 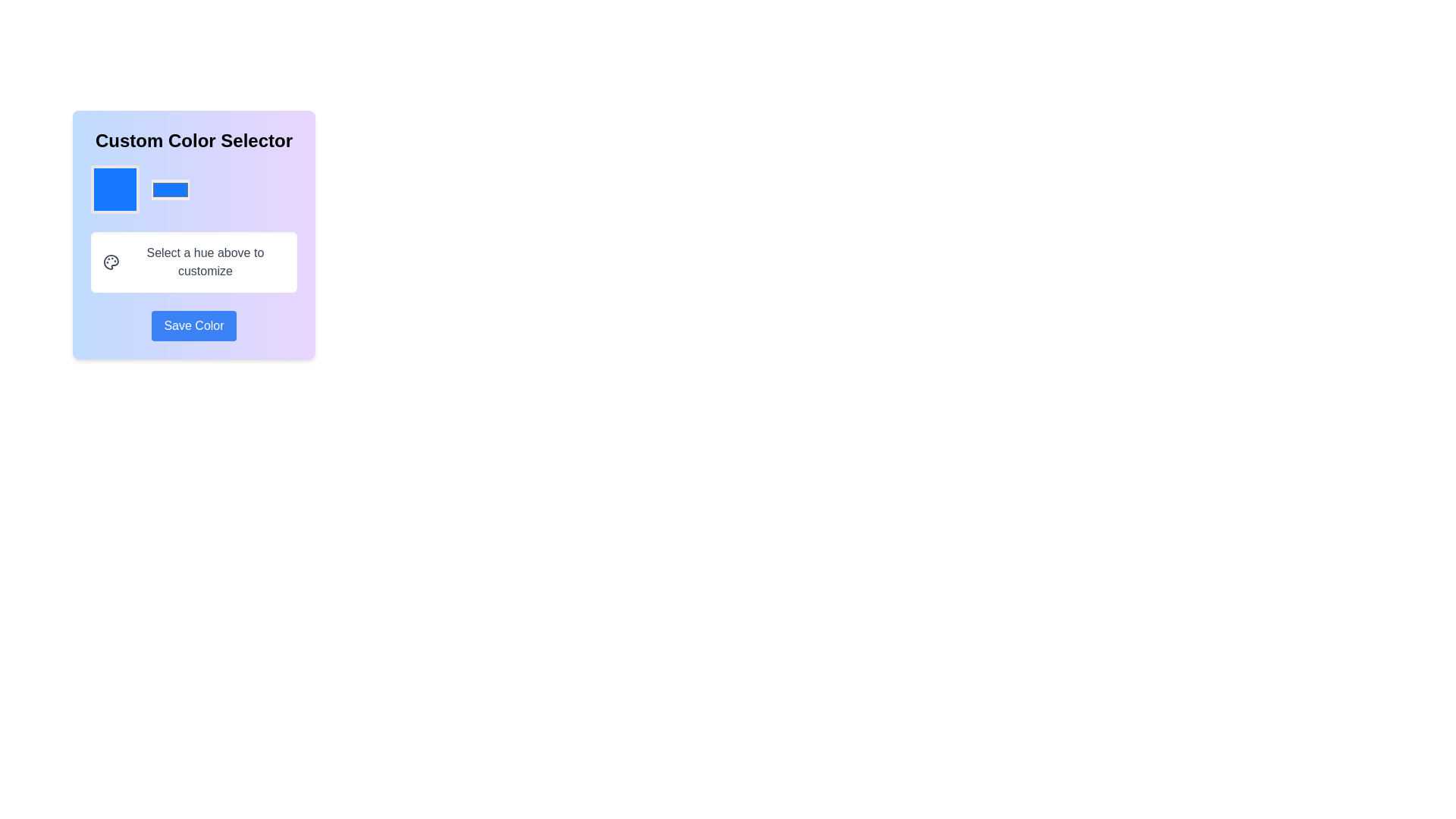 What do you see at coordinates (193, 325) in the screenshot?
I see `the rectangular blue button labeled 'Save Color' to observe the color change upon hover` at bounding box center [193, 325].